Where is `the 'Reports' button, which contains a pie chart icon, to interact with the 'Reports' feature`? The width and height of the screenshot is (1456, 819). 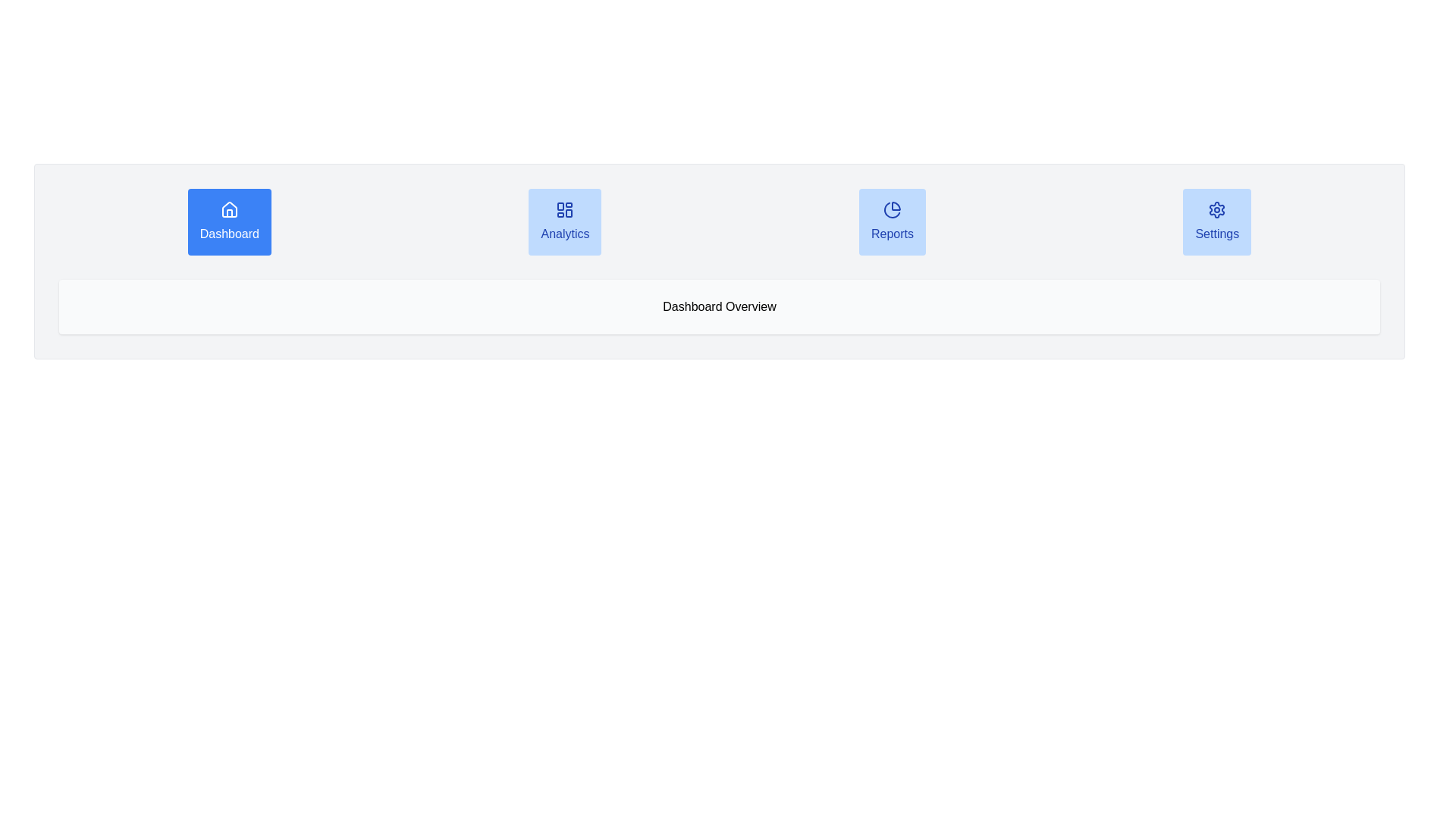
the 'Reports' button, which contains a pie chart icon, to interact with the 'Reports' feature is located at coordinates (892, 210).